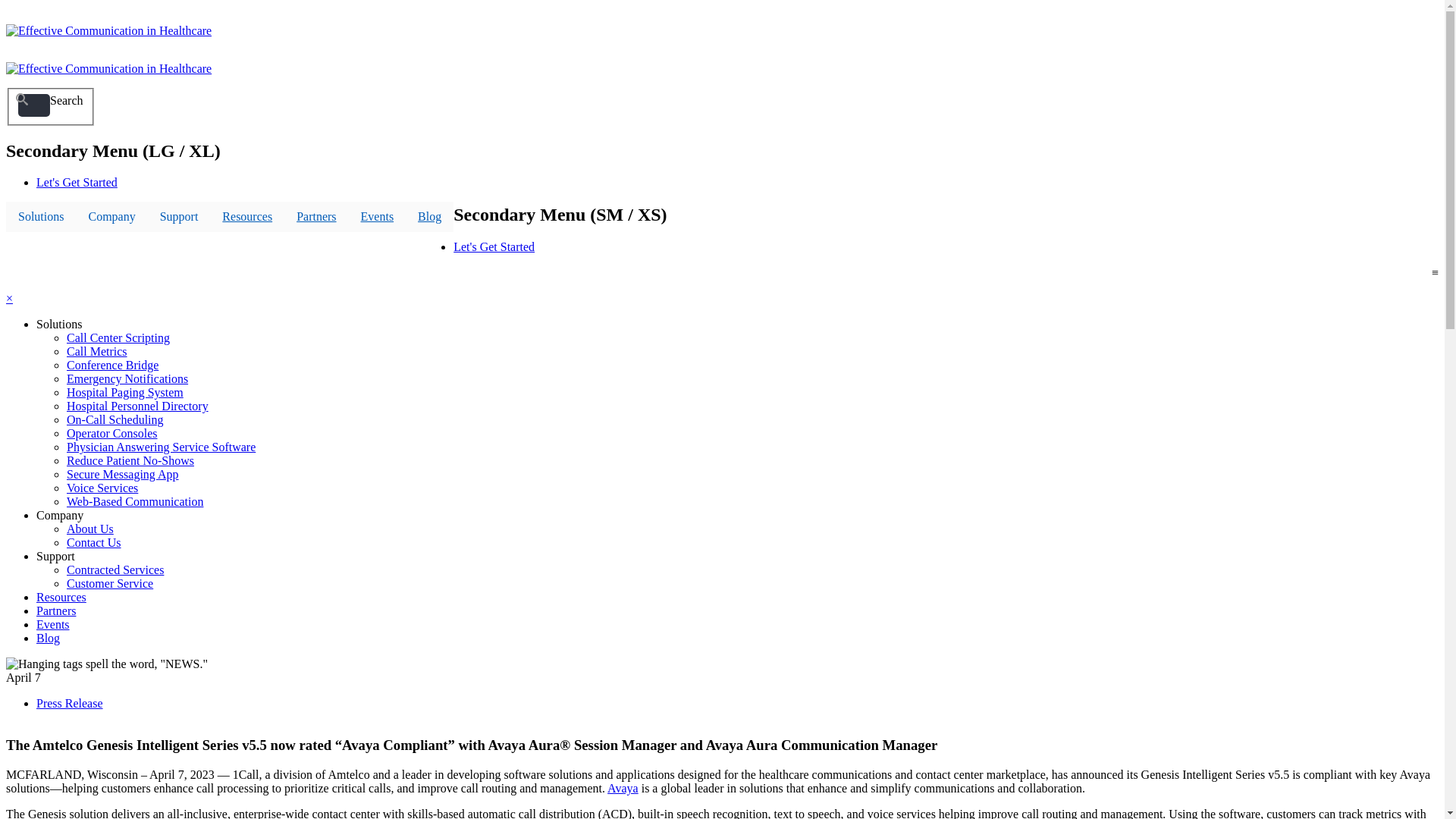 This screenshot has width=1456, height=819. Describe the element at coordinates (53, 624) in the screenshot. I see `'Events'` at that location.